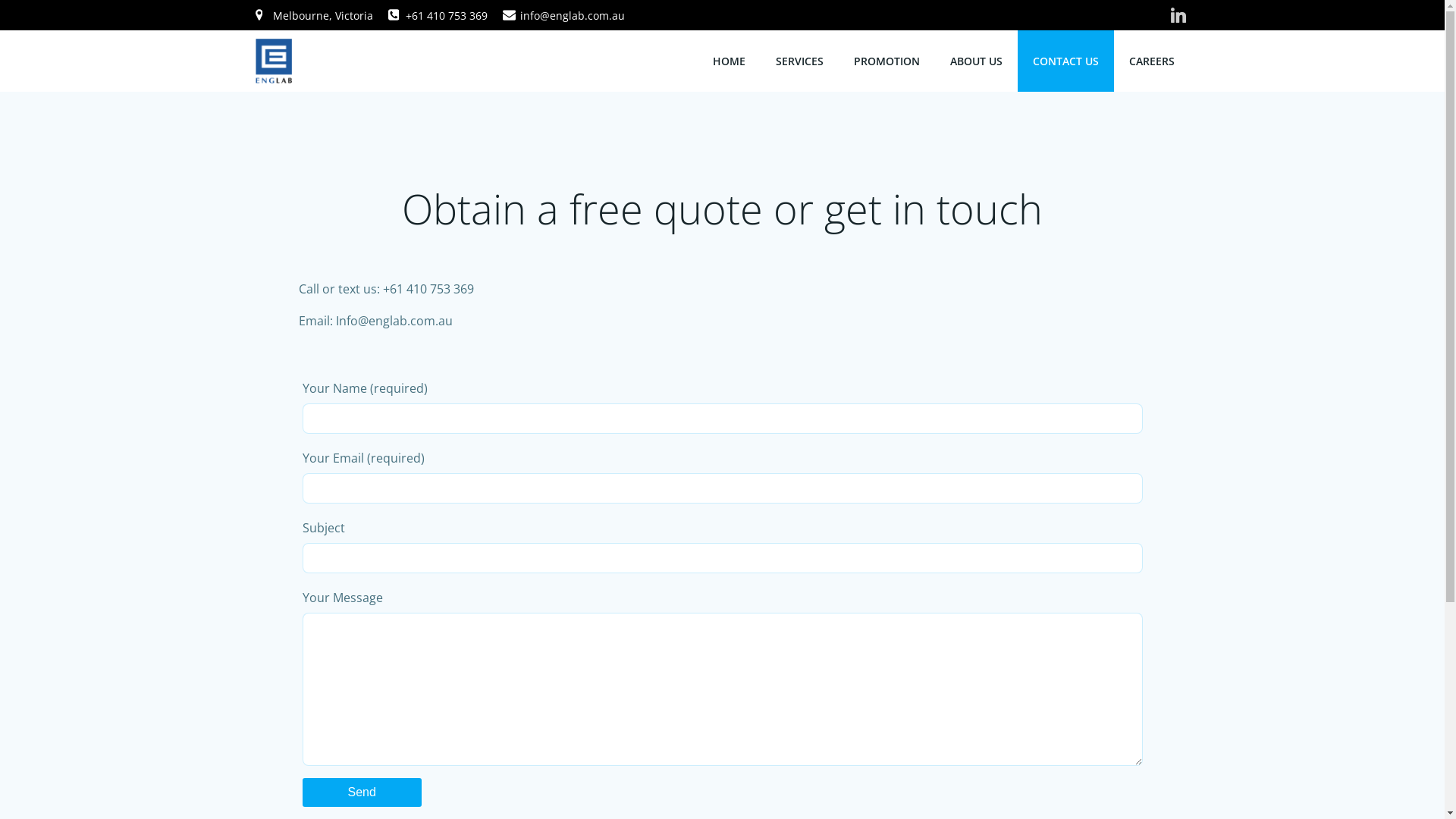 The width and height of the screenshot is (1456, 819). What do you see at coordinates (1065, 60) in the screenshot?
I see `'CONTACT US'` at bounding box center [1065, 60].